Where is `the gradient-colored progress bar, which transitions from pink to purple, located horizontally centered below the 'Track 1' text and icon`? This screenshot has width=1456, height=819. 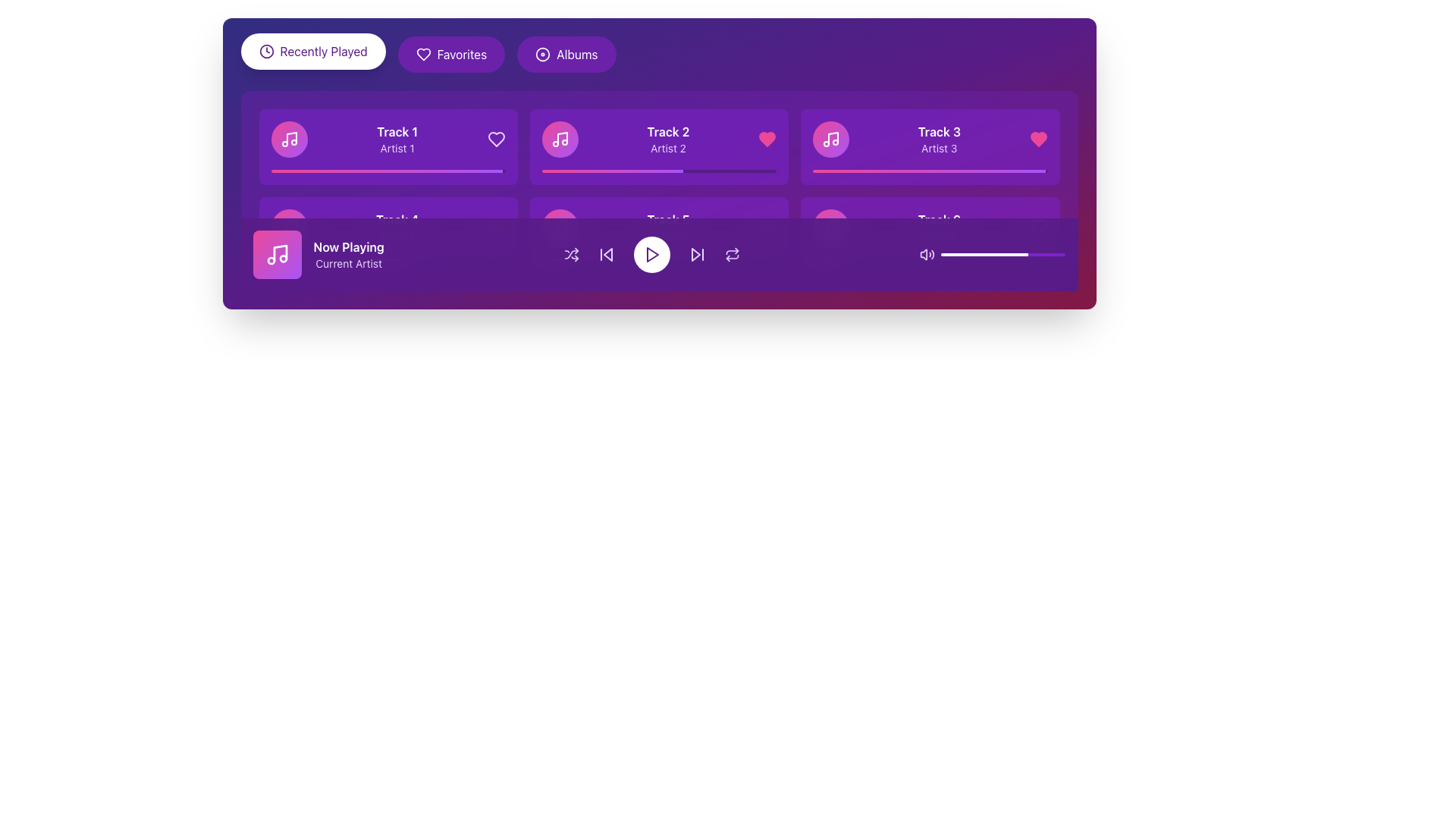
the gradient-colored progress bar, which transitions from pink to purple, located horizontally centered below the 'Track 1' text and icon is located at coordinates (386, 171).